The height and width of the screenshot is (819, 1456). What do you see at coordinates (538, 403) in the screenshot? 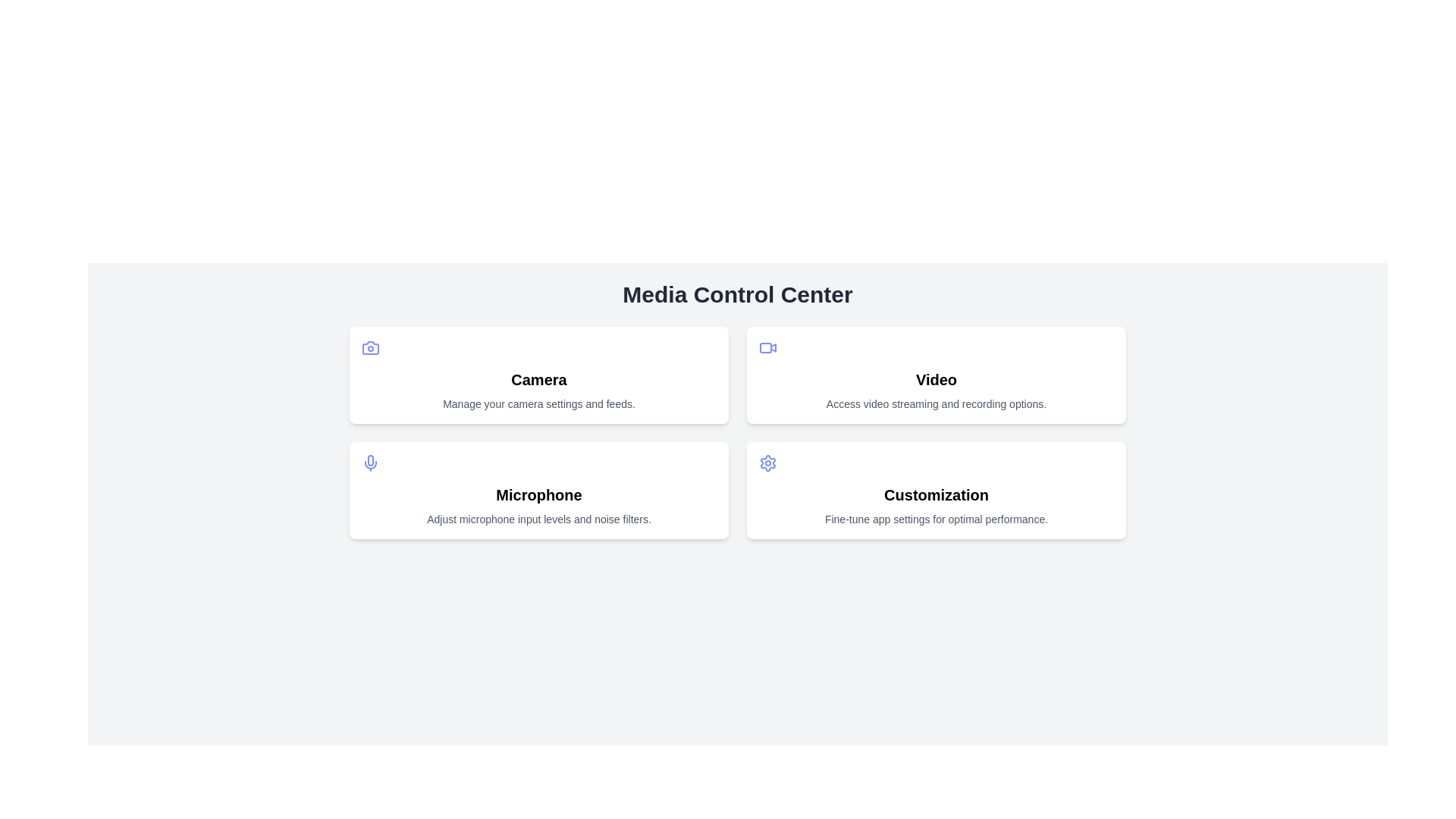
I see `the text label displaying 'Manage your camera settings and feeds.' located beneath the 'Camera' heading in the card` at bounding box center [538, 403].